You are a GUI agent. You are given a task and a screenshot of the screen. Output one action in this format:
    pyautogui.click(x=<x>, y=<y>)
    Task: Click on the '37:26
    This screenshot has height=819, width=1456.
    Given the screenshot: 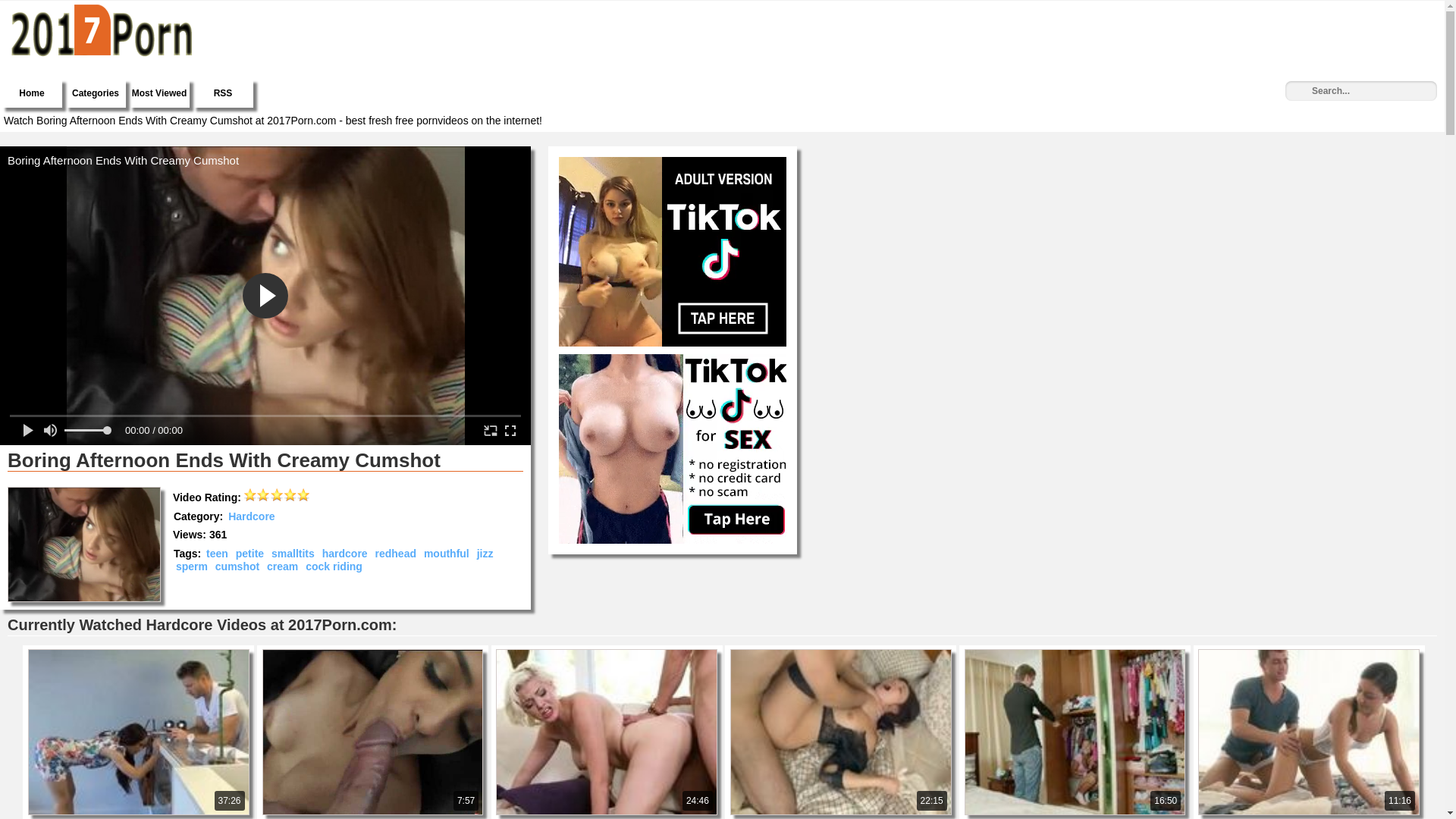 What is the action you would take?
    pyautogui.click(x=140, y=651)
    